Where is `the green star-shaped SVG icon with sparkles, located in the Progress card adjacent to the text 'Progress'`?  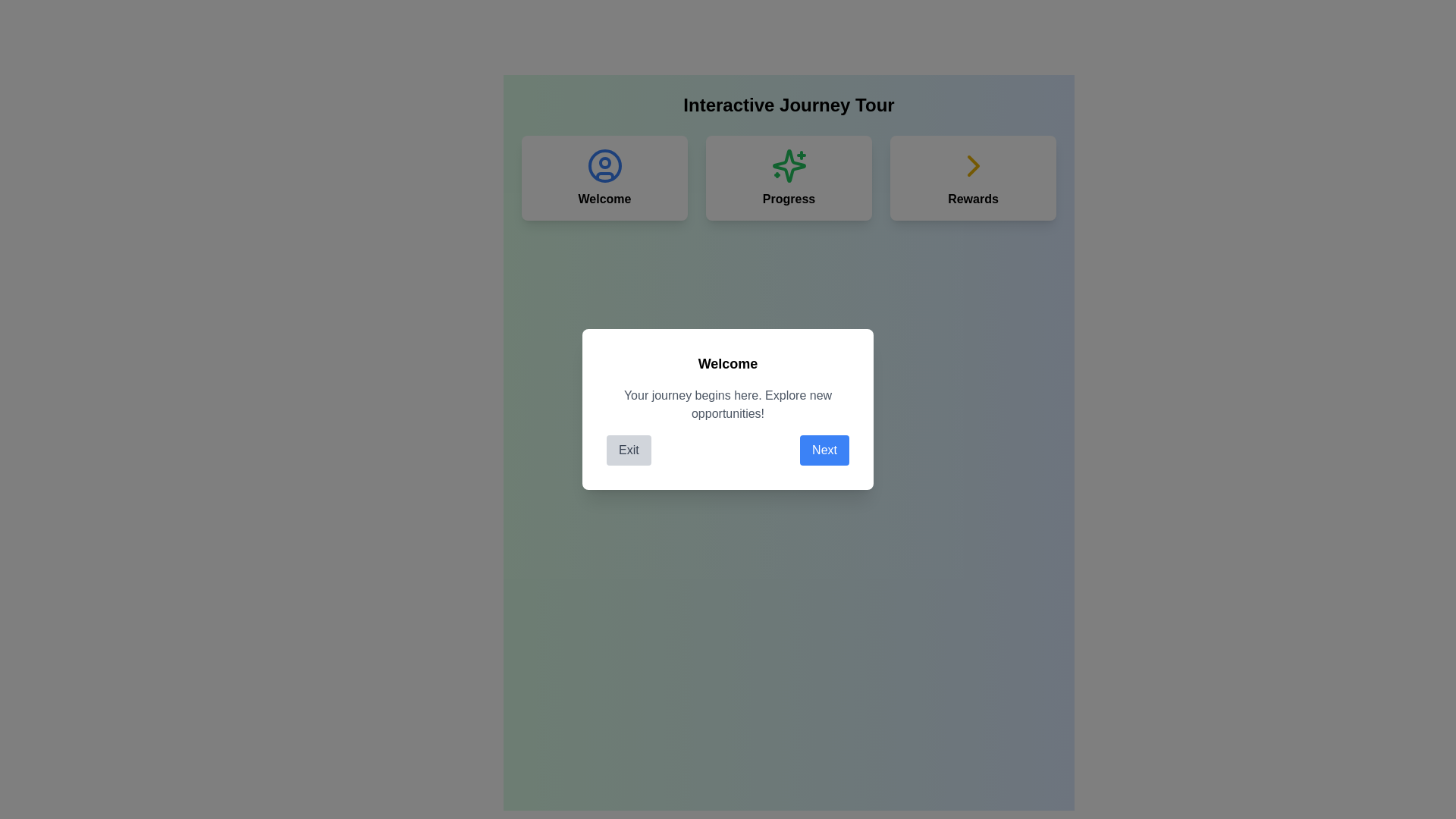
the green star-shaped SVG icon with sparkles, located in the Progress card adjacent to the text 'Progress' is located at coordinates (789, 166).